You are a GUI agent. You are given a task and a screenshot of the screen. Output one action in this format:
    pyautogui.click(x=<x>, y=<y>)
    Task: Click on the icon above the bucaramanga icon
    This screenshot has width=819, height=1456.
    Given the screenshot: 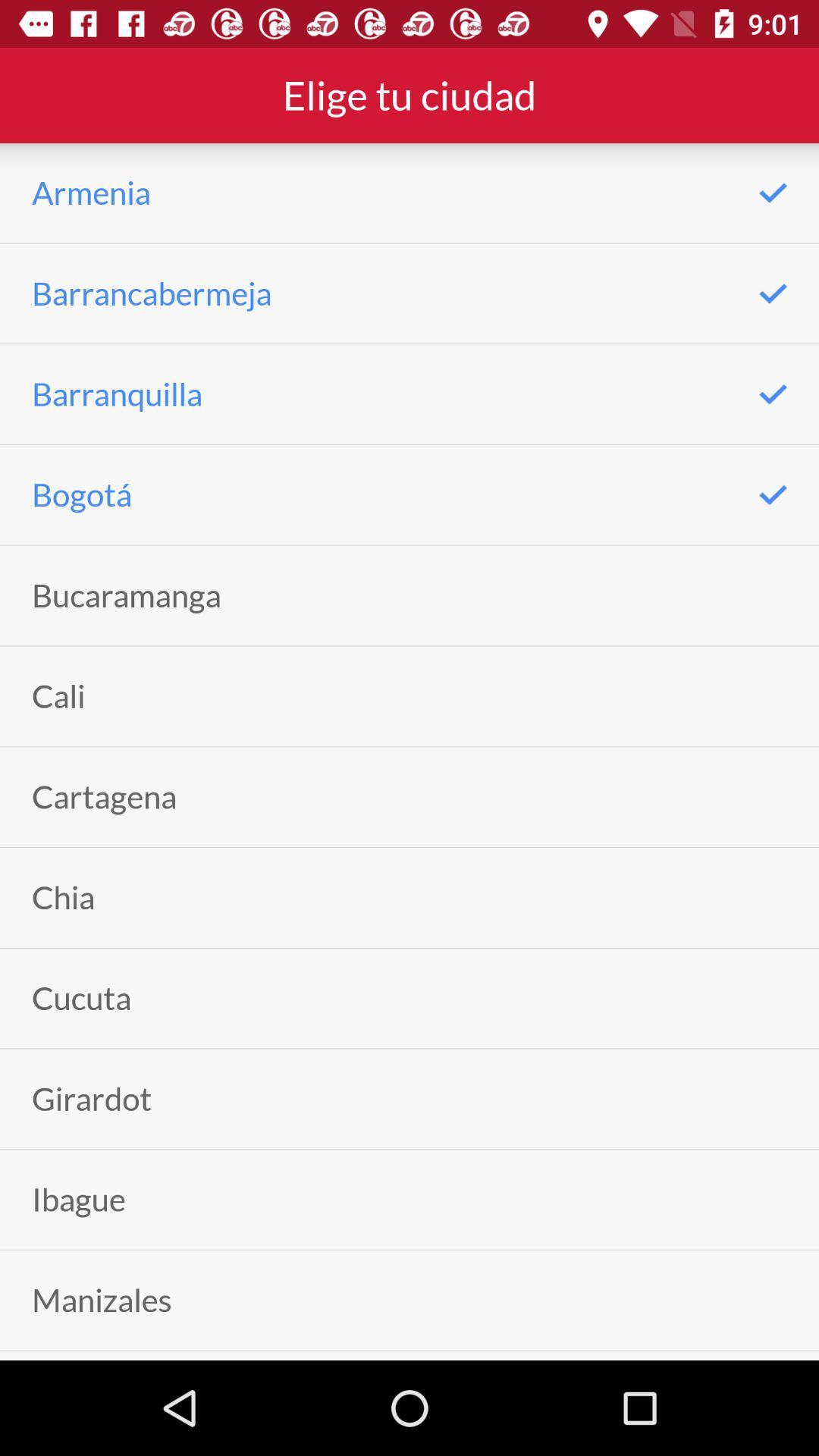 What is the action you would take?
    pyautogui.click(x=82, y=494)
    